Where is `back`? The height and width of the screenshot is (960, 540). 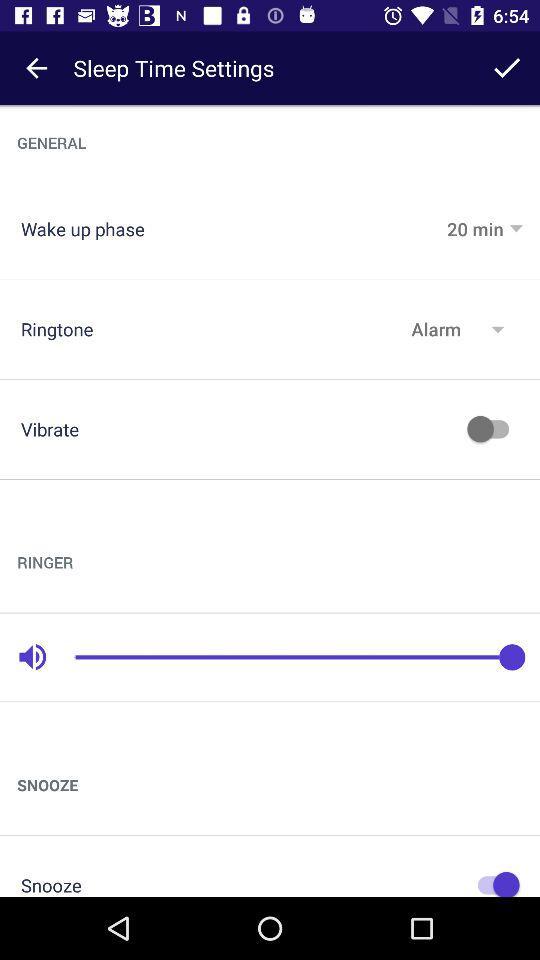 back is located at coordinates (36, 68).